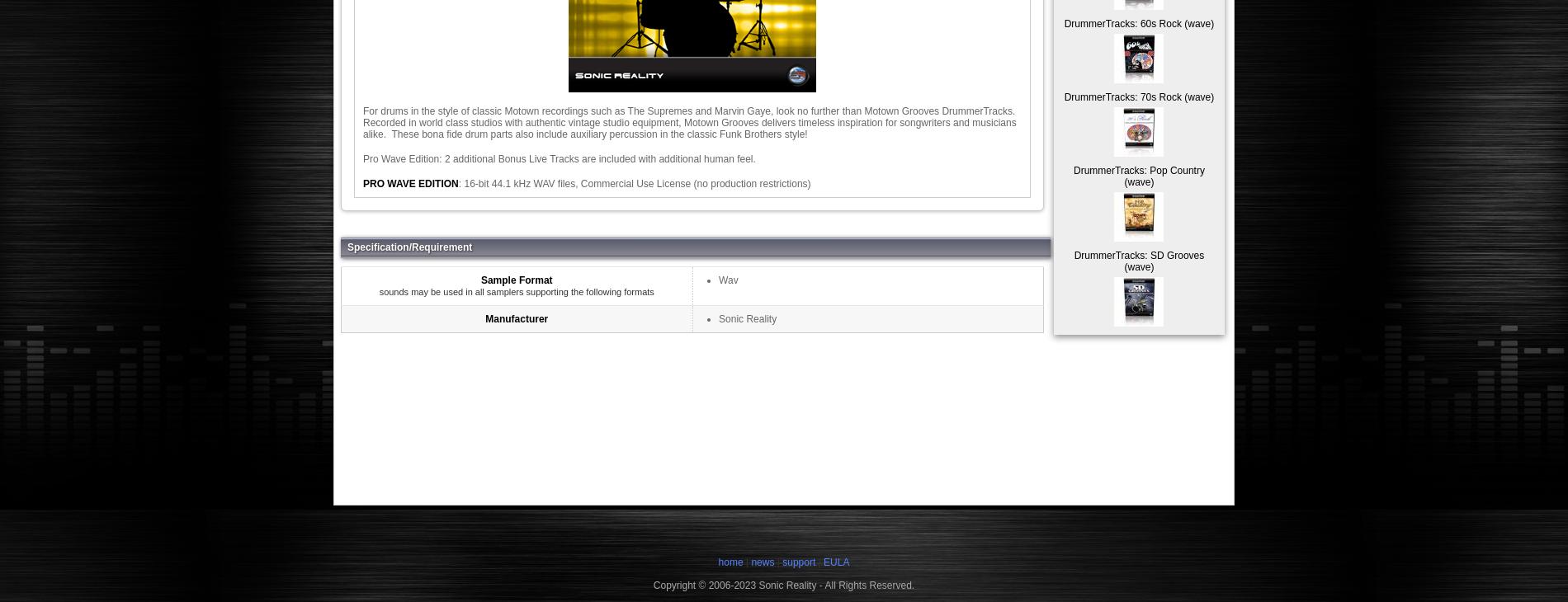  Describe the element at coordinates (516, 280) in the screenshot. I see `'Sample Format'` at that location.